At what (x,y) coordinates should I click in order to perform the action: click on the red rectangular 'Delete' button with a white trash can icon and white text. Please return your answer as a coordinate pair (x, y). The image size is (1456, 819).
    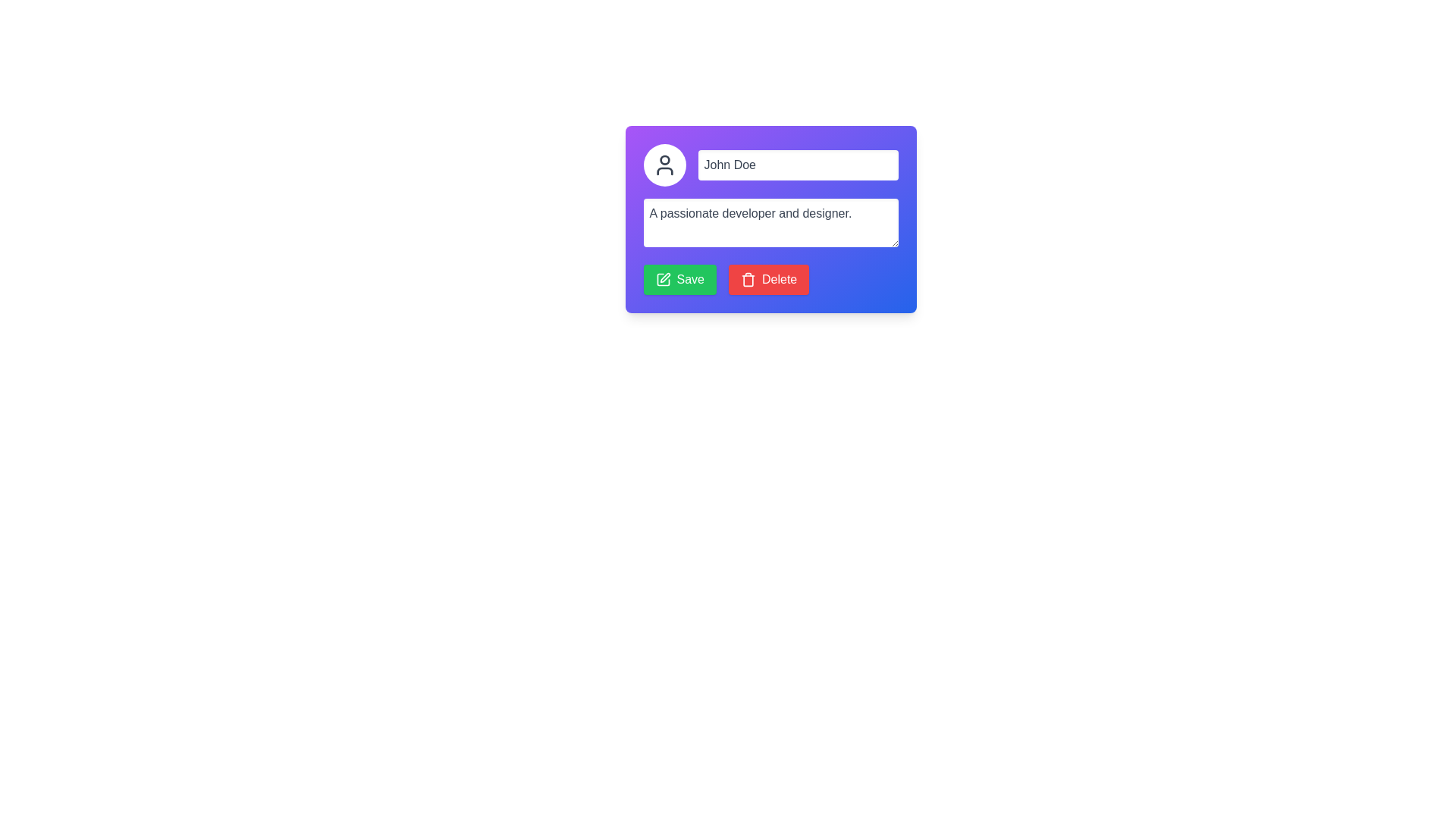
    Looking at the image, I should click on (769, 280).